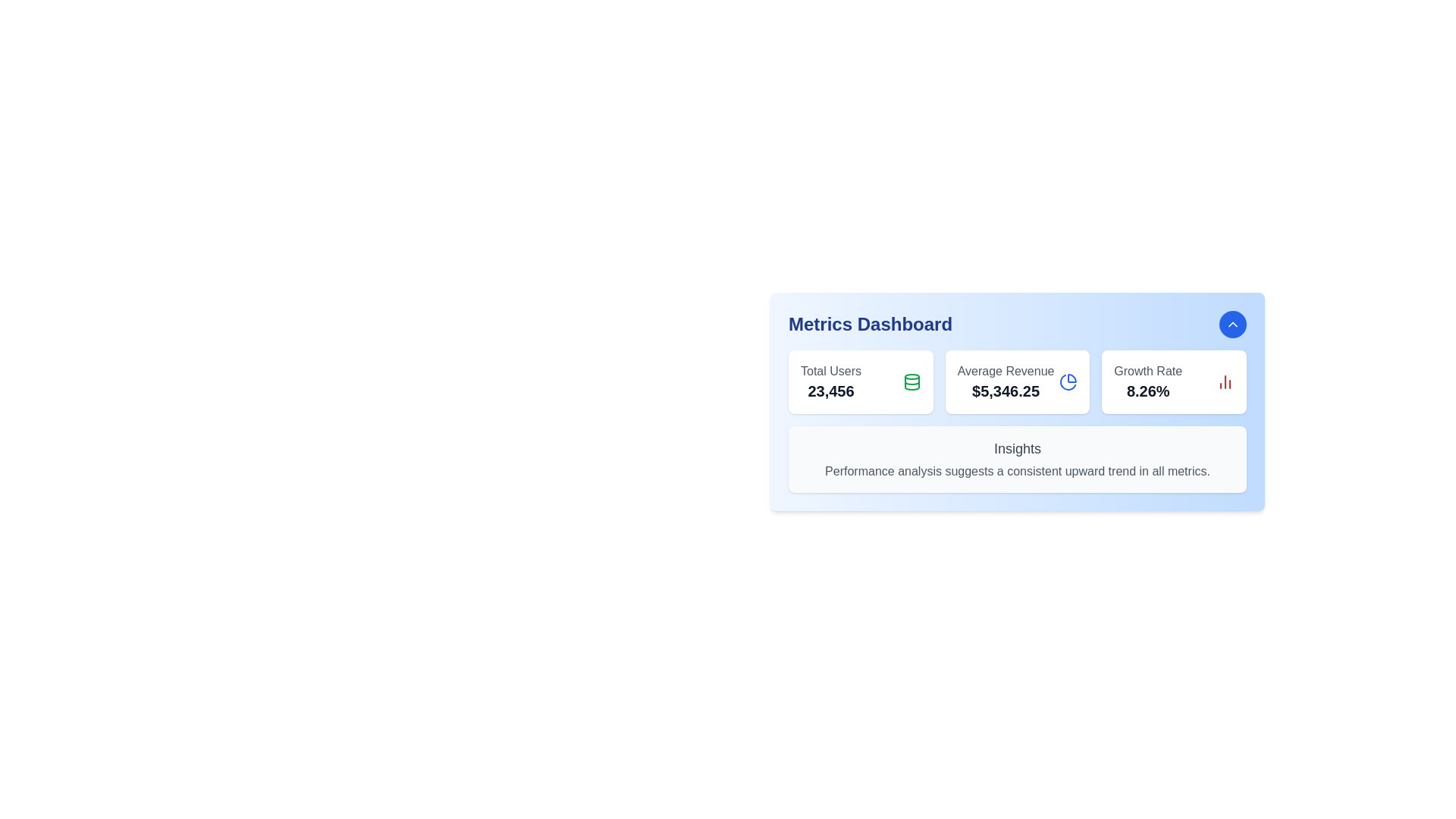 The height and width of the screenshot is (819, 1456). Describe the element at coordinates (1006, 391) in the screenshot. I see `value displayed in the monetary text element showing '$5,346.25', which is prominently styled and located below the label 'Average Revenue' in the 'Metrics Dashboard' card` at that location.